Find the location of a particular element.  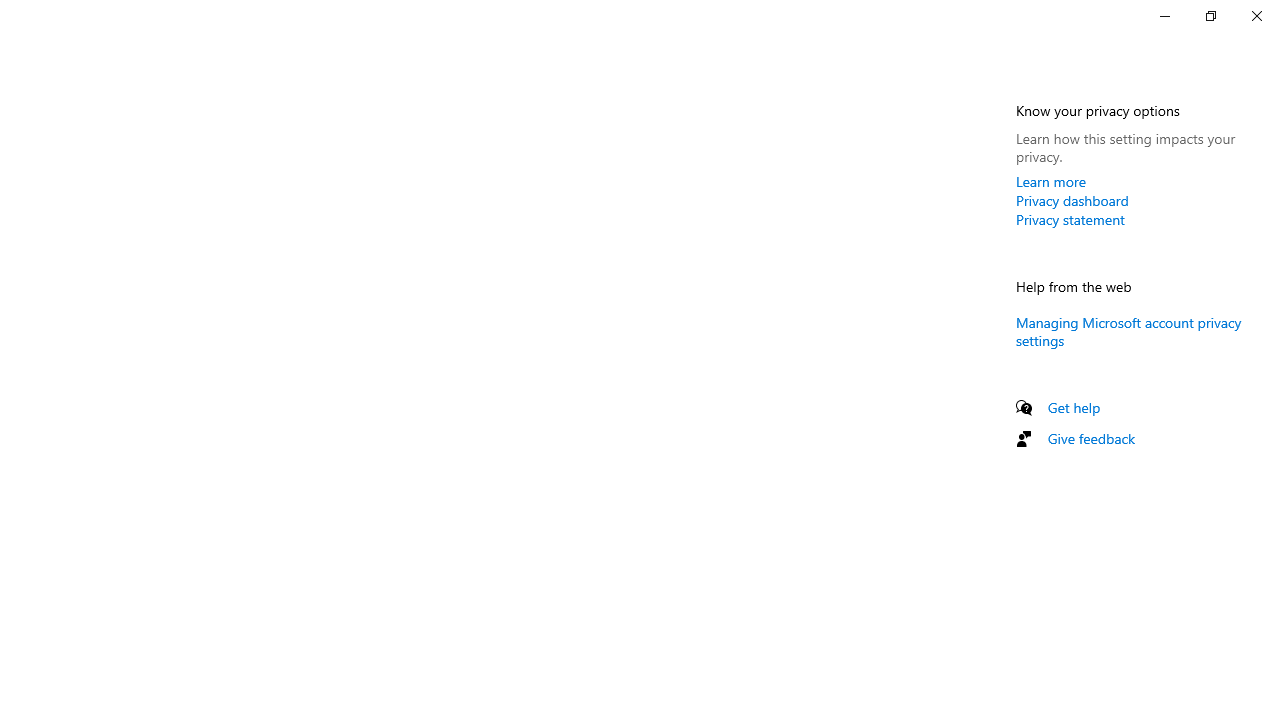

'Restore Settings' is located at coordinates (1209, 15).